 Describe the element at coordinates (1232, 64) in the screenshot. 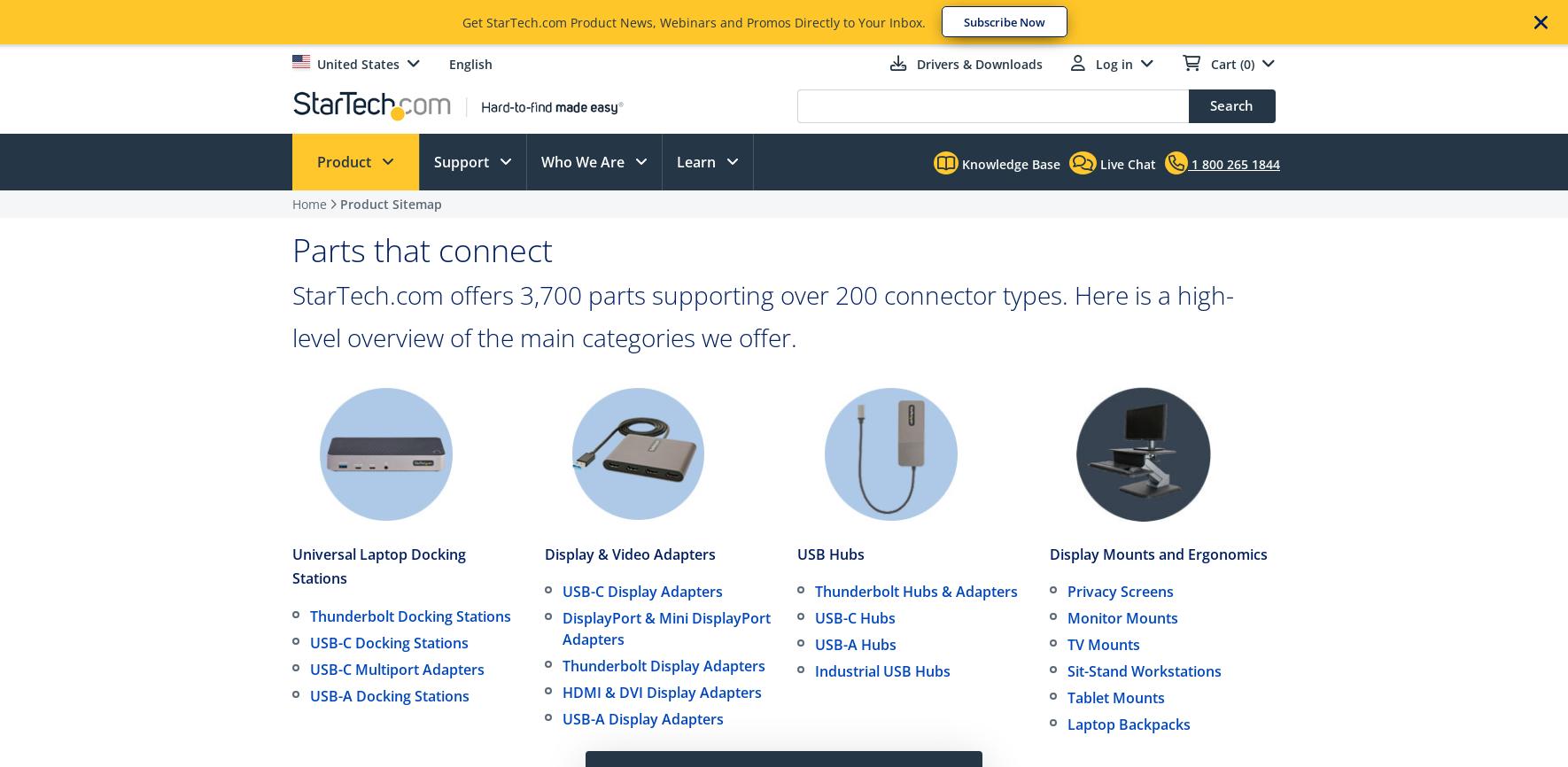

I see `'Cart (0)'` at that location.